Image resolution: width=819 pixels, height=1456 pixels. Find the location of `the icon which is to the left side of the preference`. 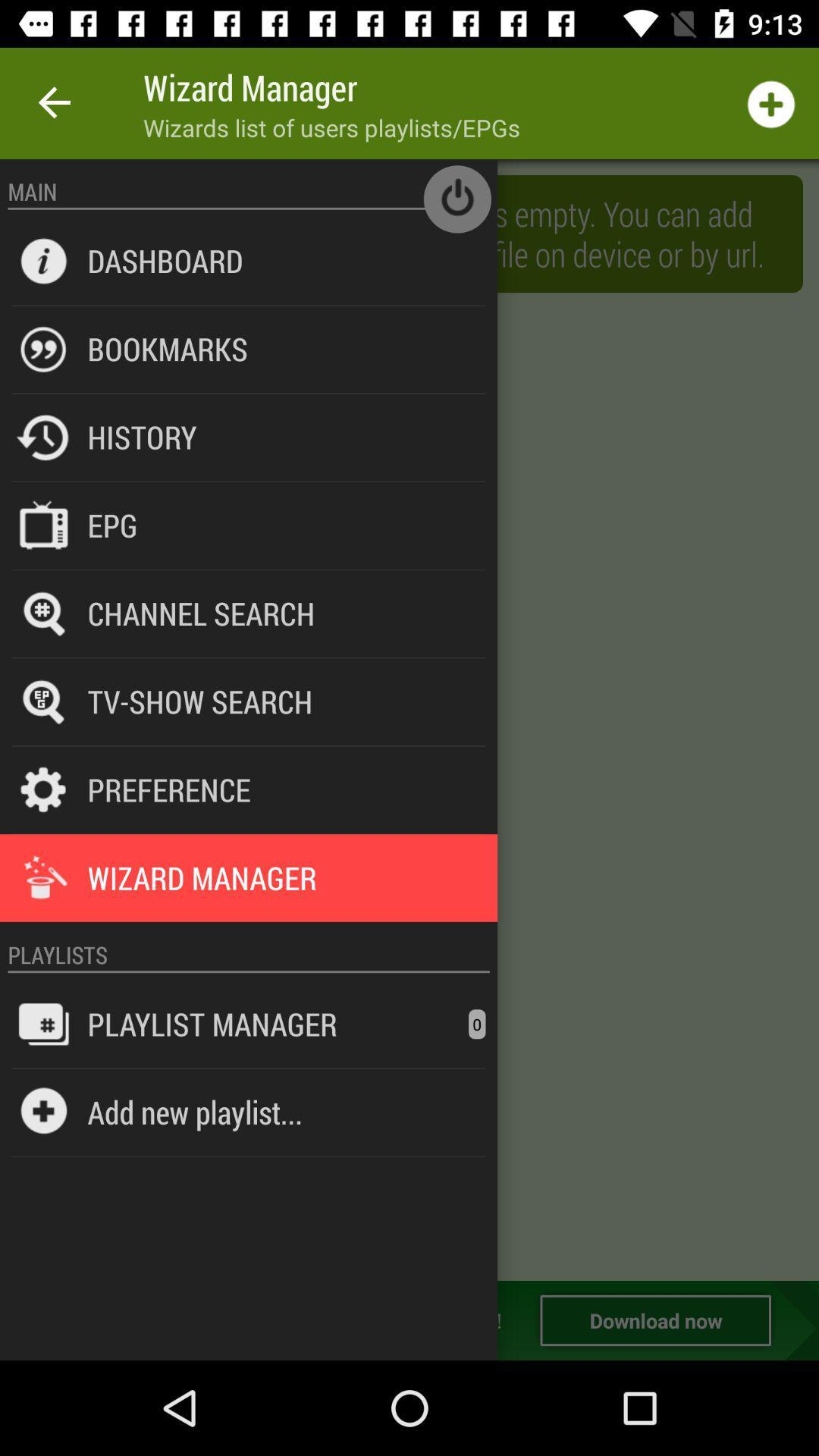

the icon which is to the left side of the preference is located at coordinates (42, 789).